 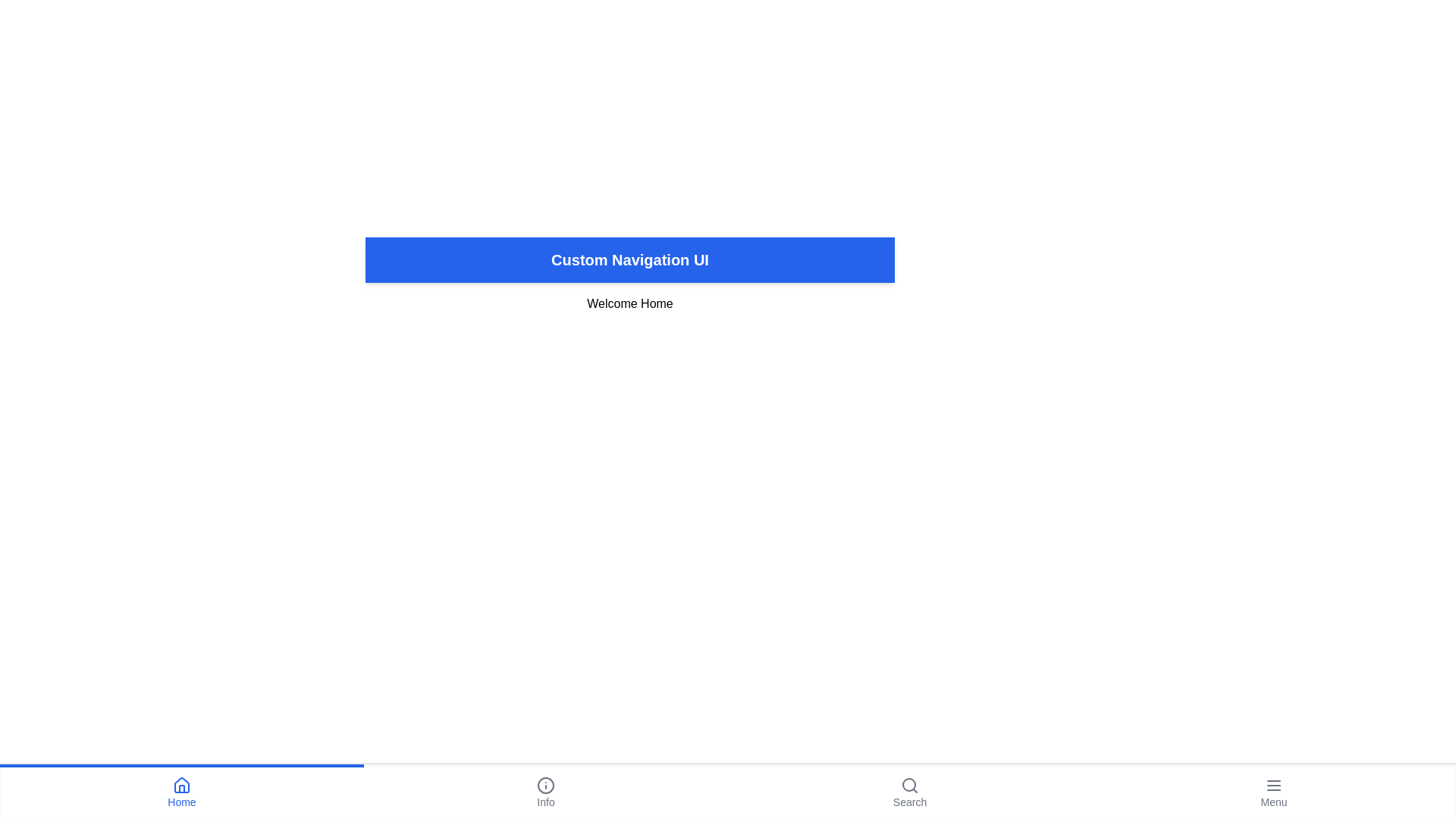 I want to click on the 'Home' text label, which is located in the bottom navigation menu beneath the house icon, so click(x=182, y=801).